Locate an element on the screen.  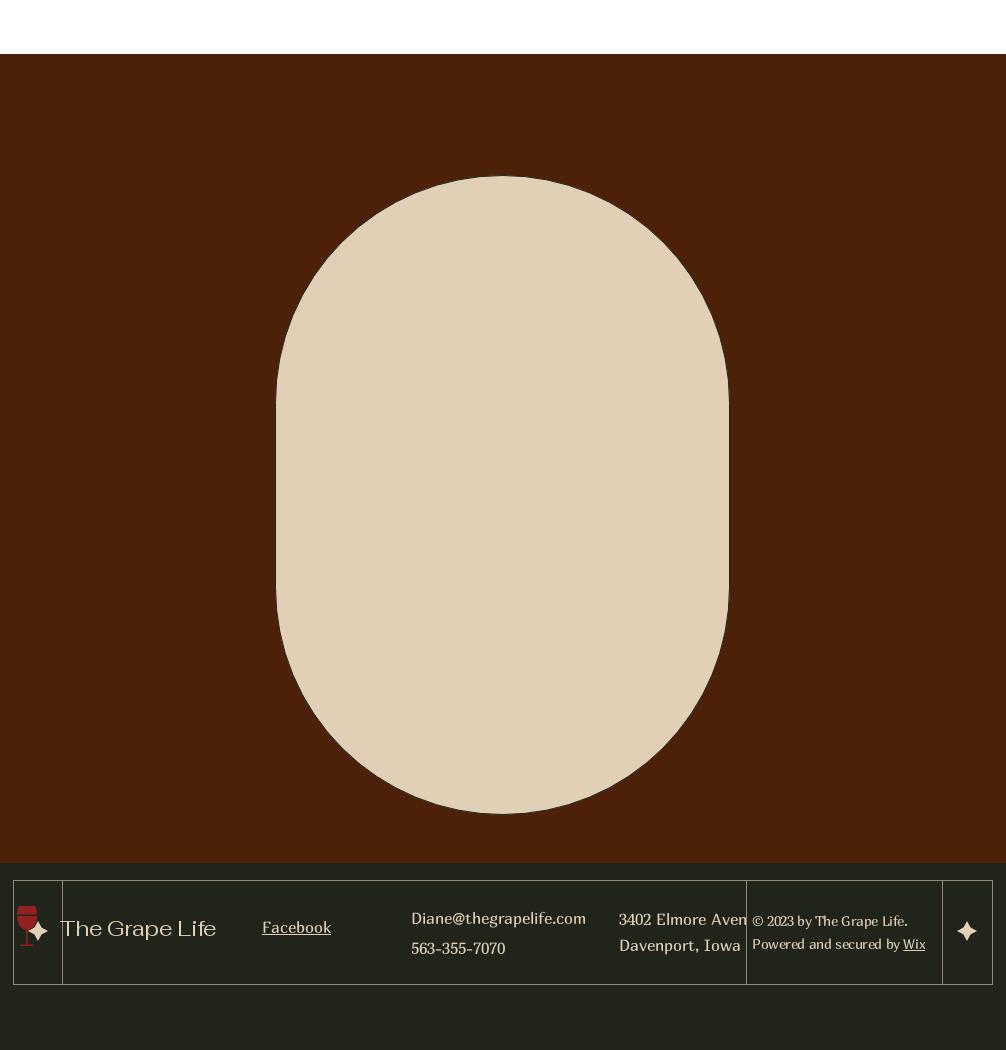
'3402 Elmore Avenue Davenport, Iowa 52807' is located at coordinates (702, 931).